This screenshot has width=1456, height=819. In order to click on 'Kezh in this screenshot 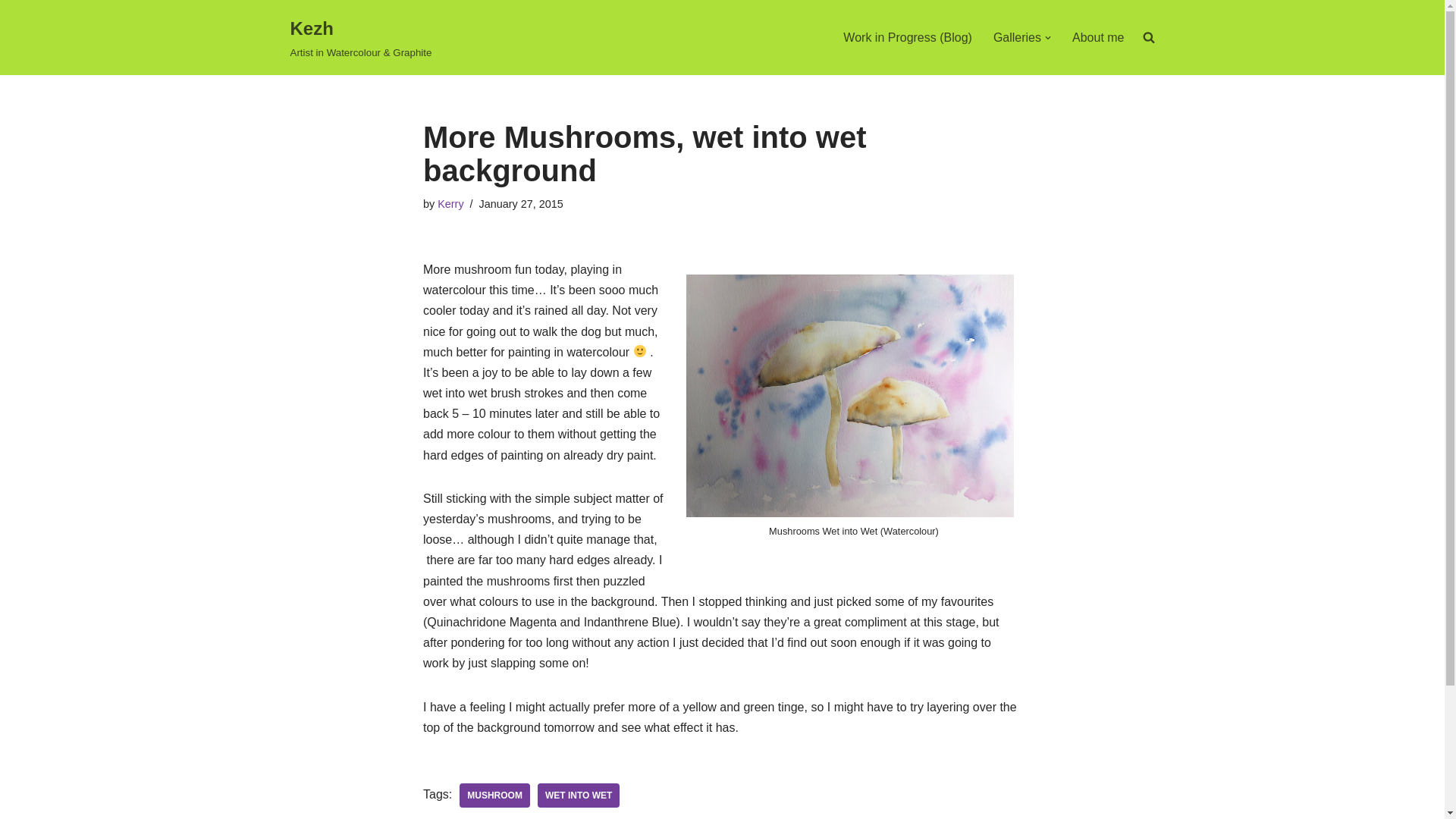, I will do `click(359, 36)`.